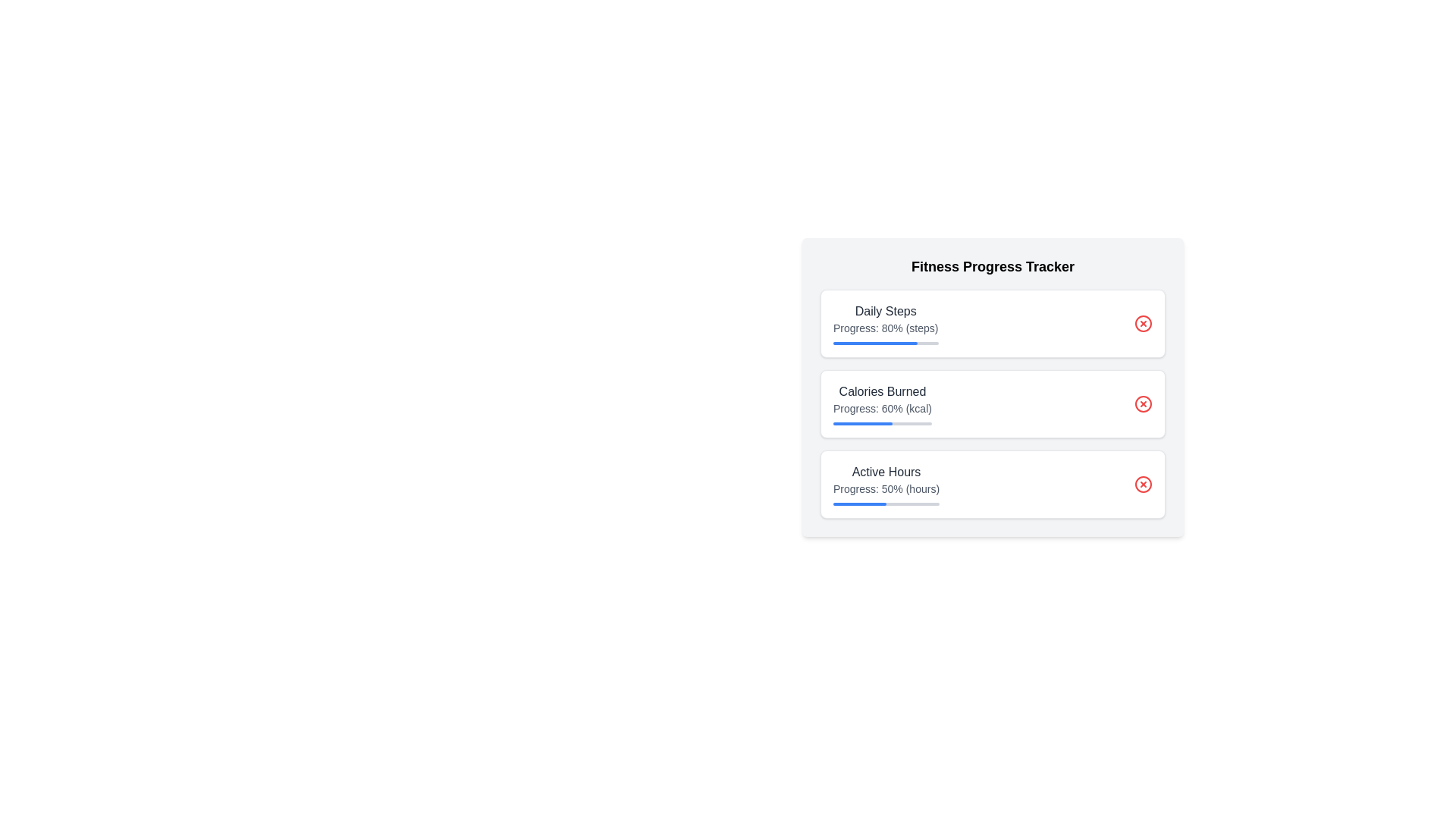  Describe the element at coordinates (993, 403) in the screenshot. I see `the second fitness progress tracker in the Grouped content display for tooltip or additional details` at that location.